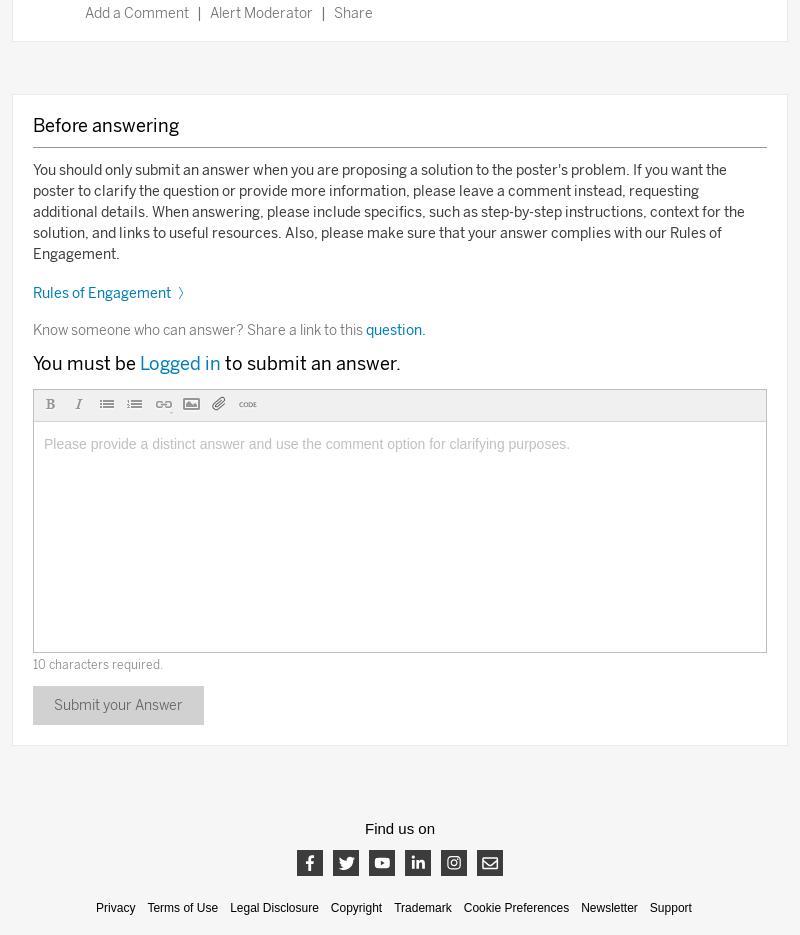  I want to click on 'Newsletter', so click(579, 907).